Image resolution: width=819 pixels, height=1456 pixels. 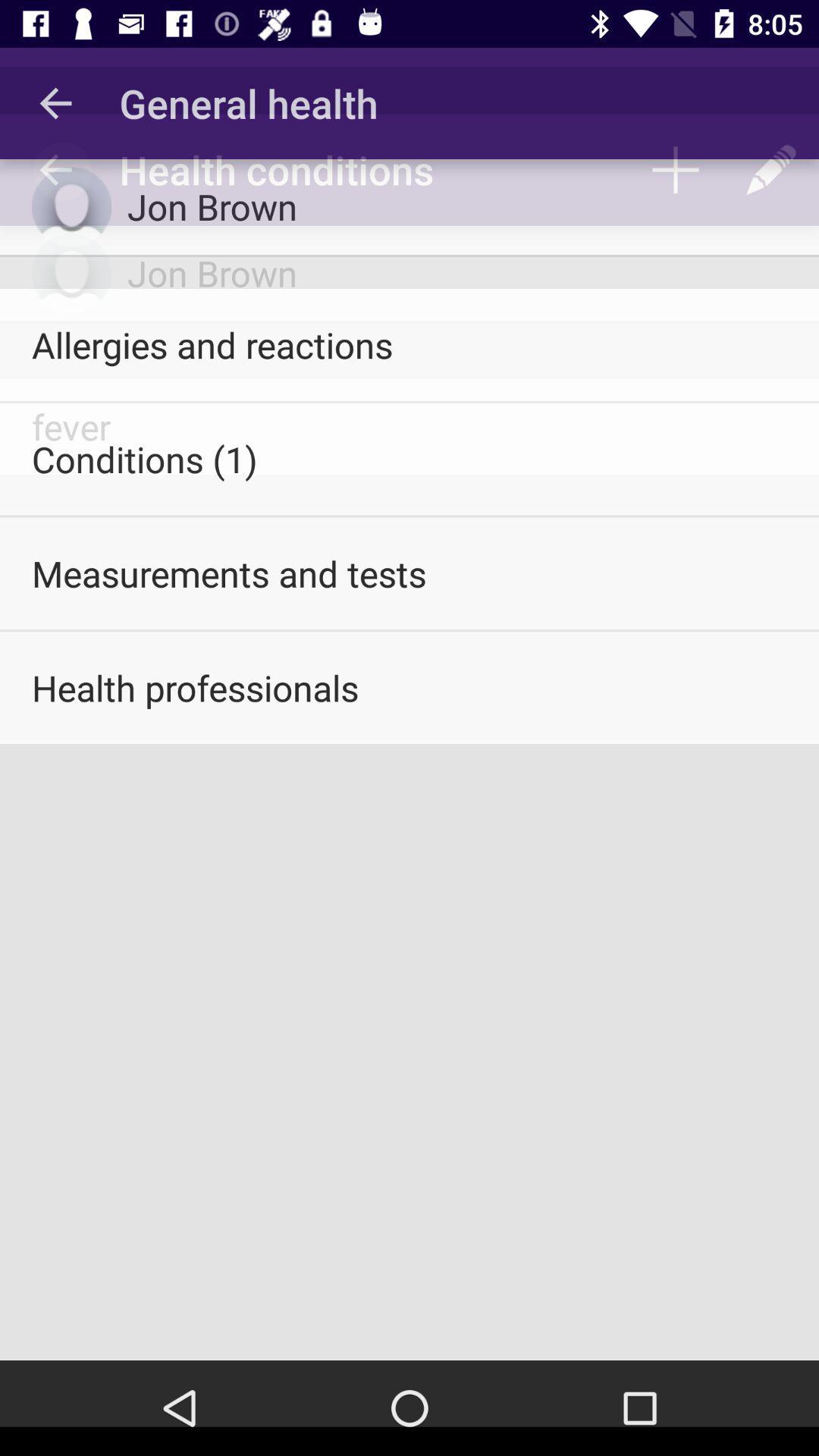 What do you see at coordinates (409, 344) in the screenshot?
I see `the allergies and reactions  icon` at bounding box center [409, 344].